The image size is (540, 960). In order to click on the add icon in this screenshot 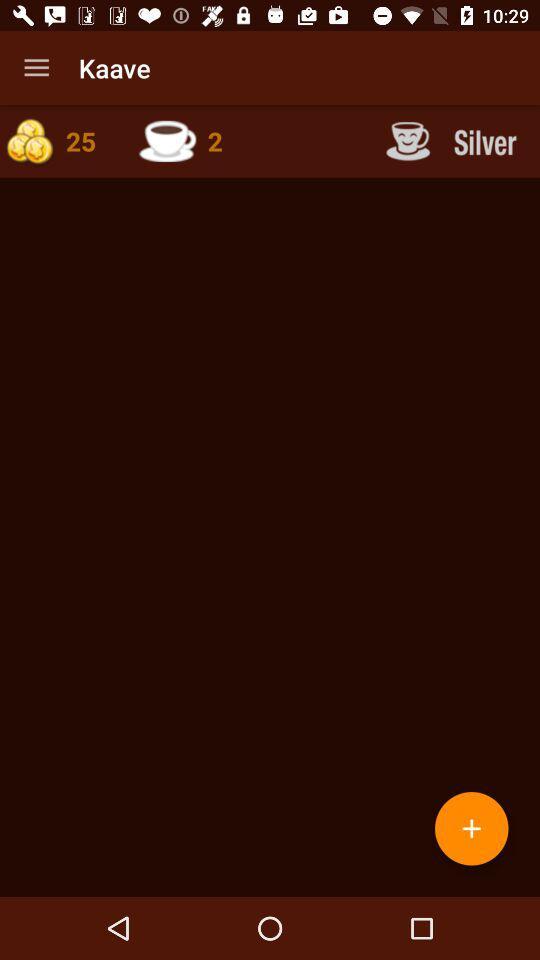, I will do `click(471, 828)`.